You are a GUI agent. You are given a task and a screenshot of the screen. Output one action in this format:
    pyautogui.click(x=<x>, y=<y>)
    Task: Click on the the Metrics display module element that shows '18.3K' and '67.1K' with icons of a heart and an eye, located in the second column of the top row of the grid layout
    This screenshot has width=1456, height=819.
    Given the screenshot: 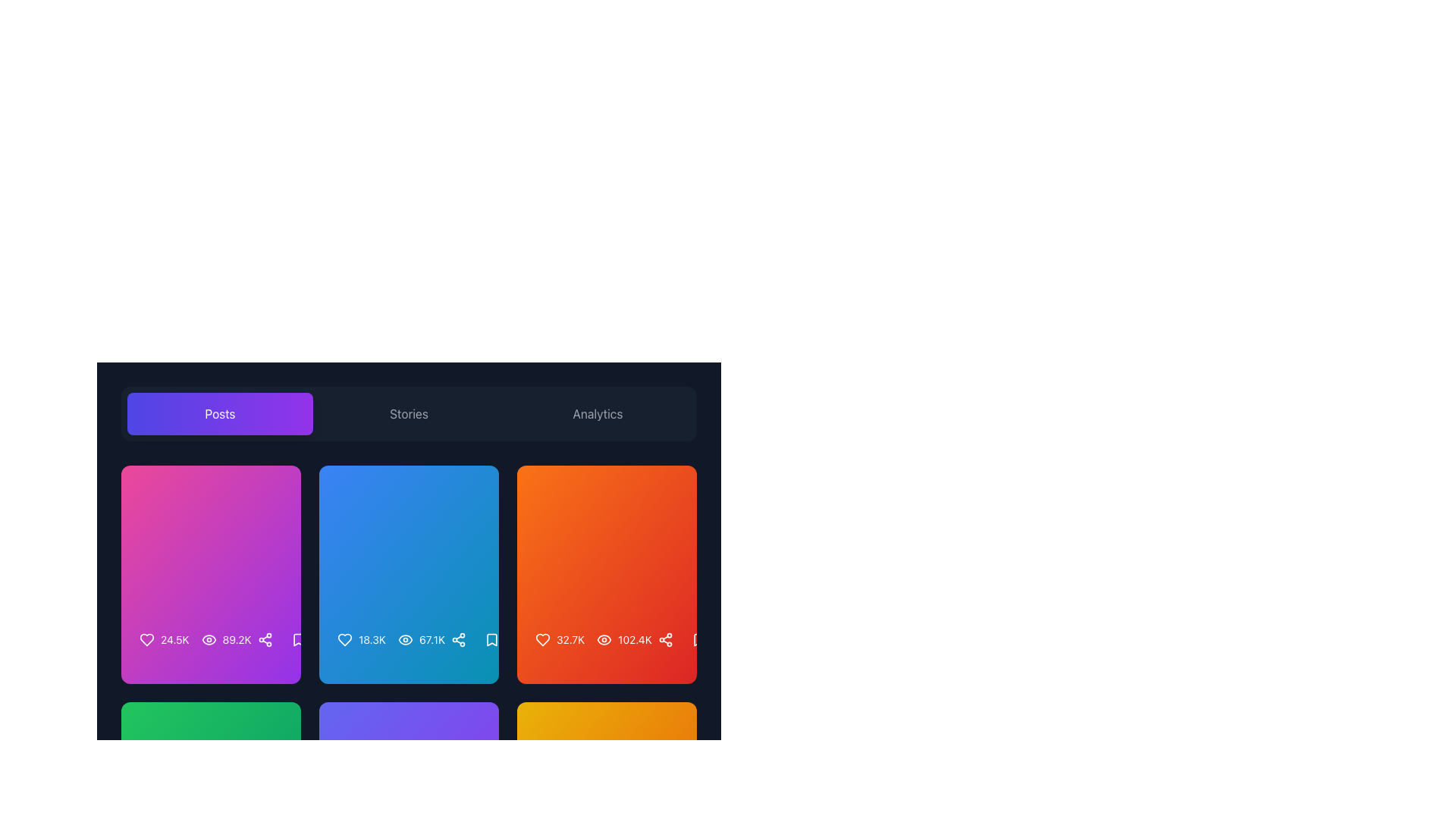 What is the action you would take?
    pyautogui.click(x=409, y=646)
    